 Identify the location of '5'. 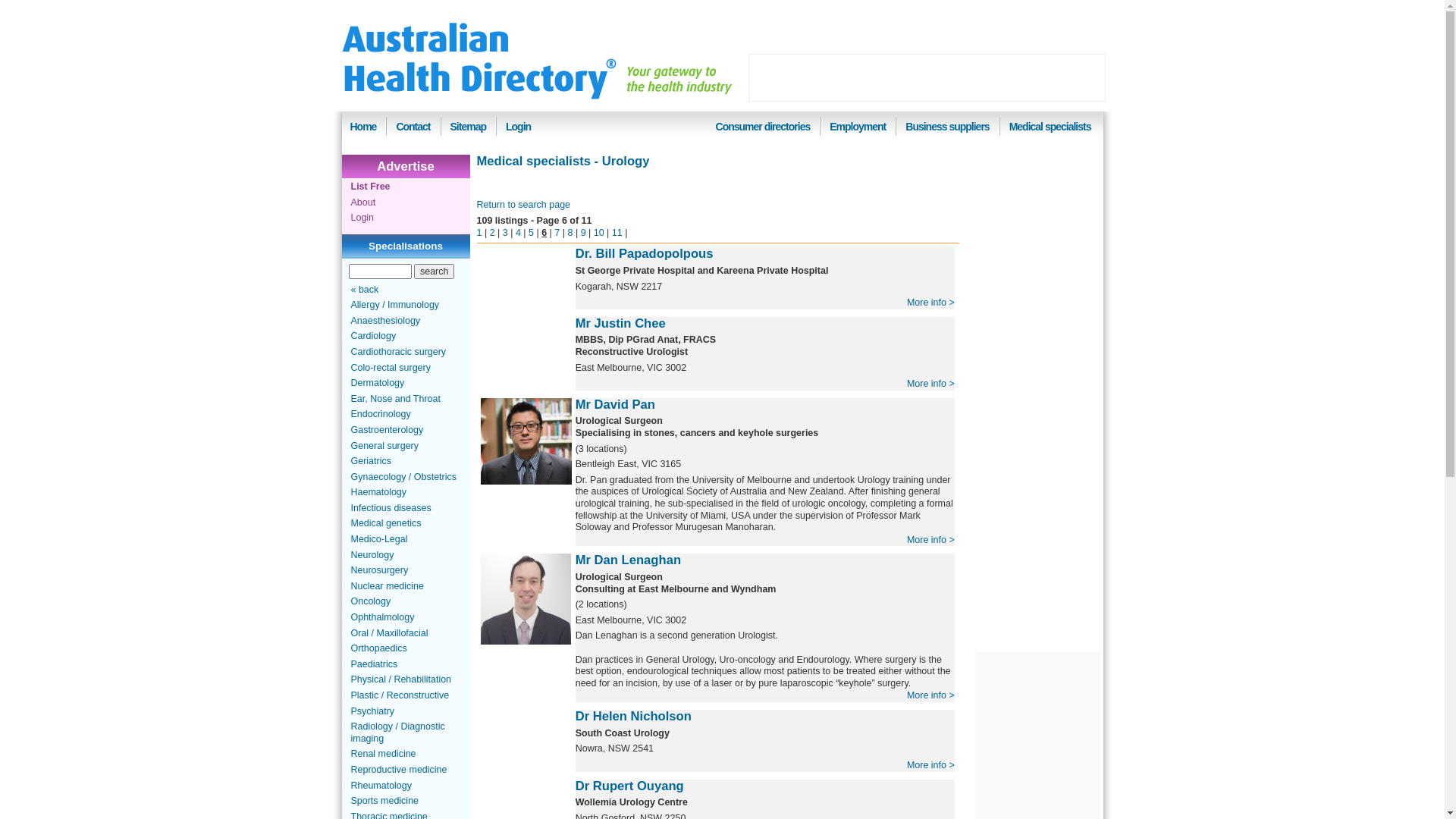
(531, 233).